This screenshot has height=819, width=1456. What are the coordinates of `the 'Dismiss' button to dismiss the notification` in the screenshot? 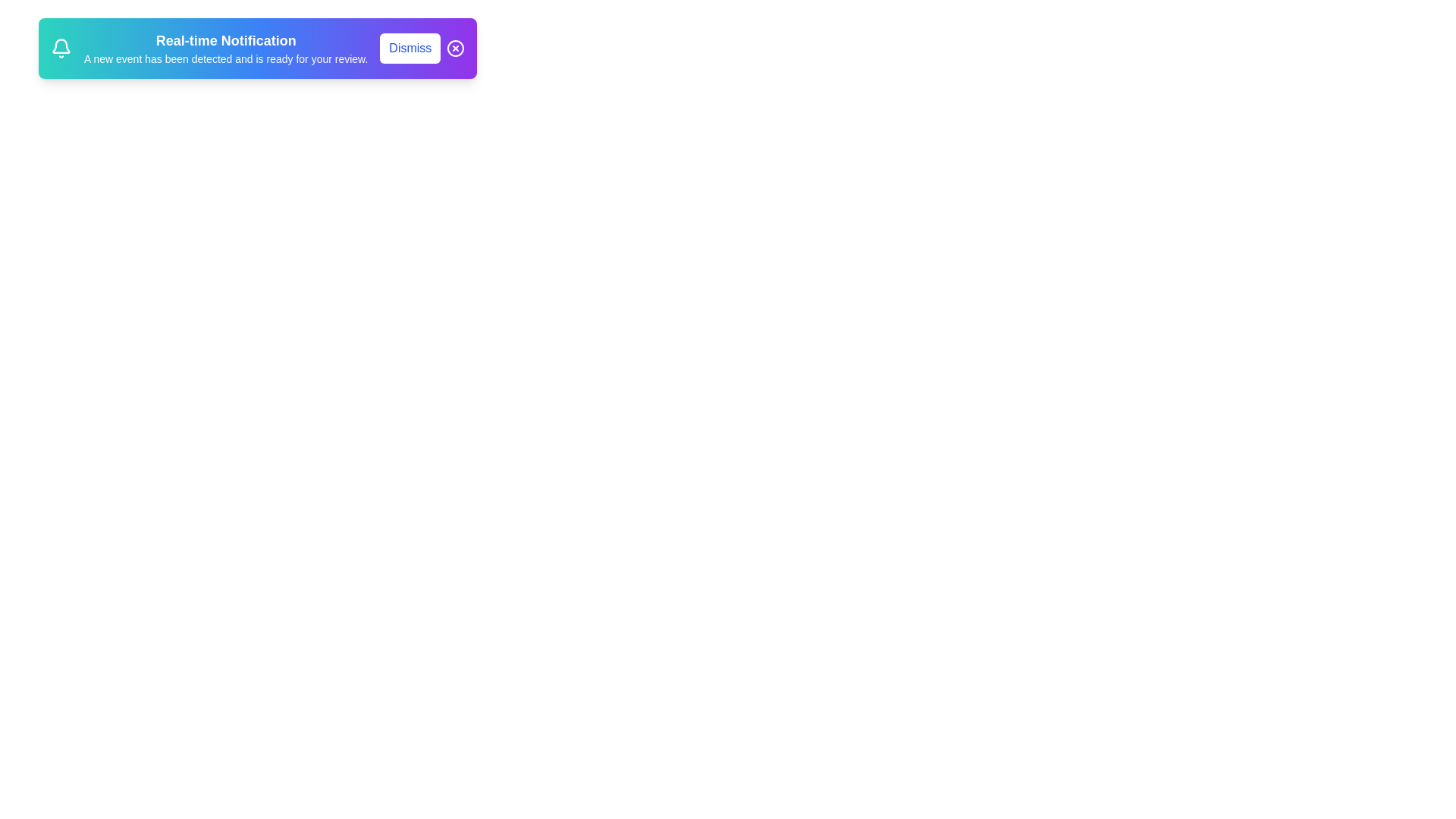 It's located at (410, 48).